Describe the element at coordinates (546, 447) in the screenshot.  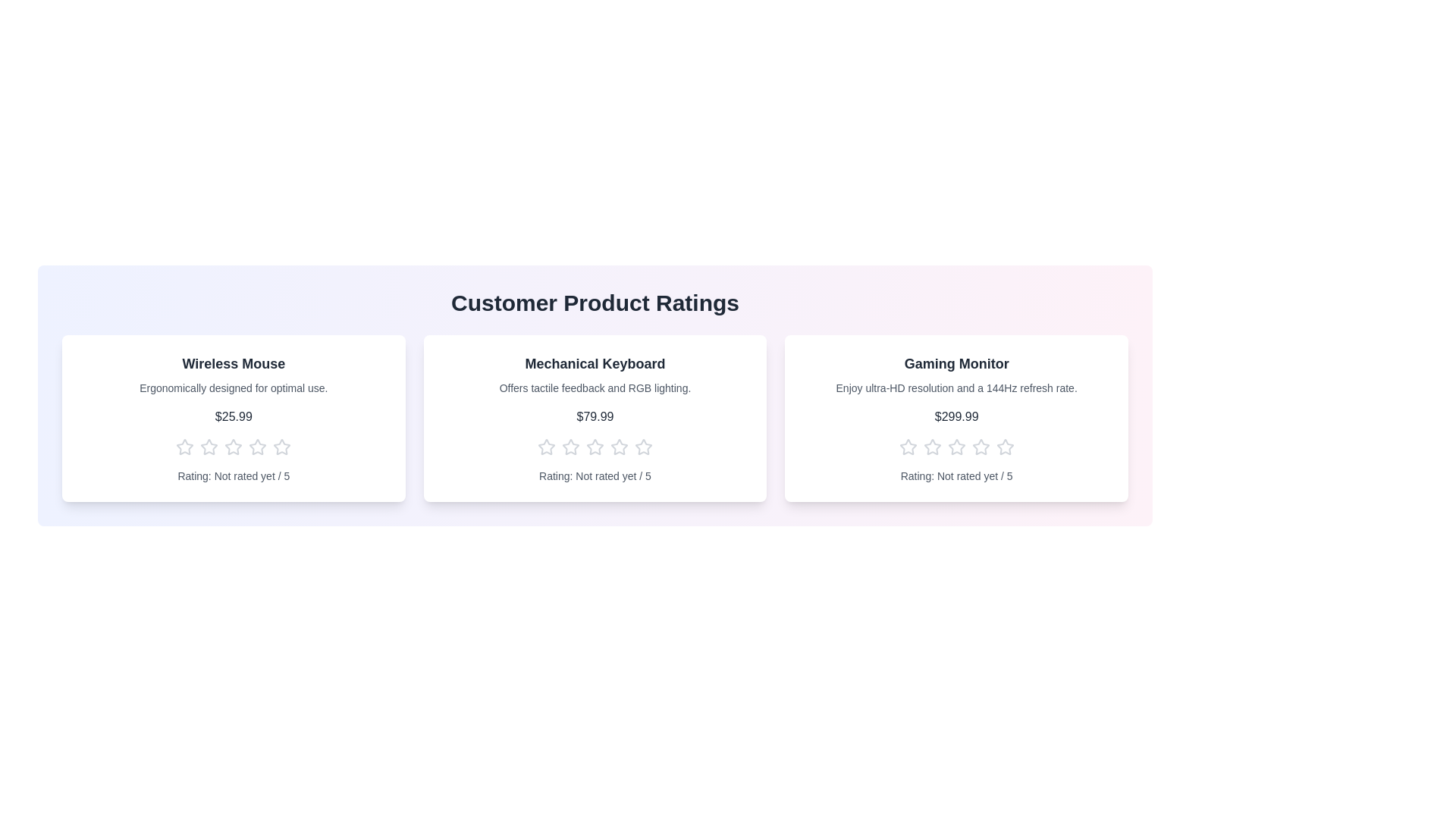
I see `the star corresponding to the rating 1 for the product Mechanical Keyboard` at that location.